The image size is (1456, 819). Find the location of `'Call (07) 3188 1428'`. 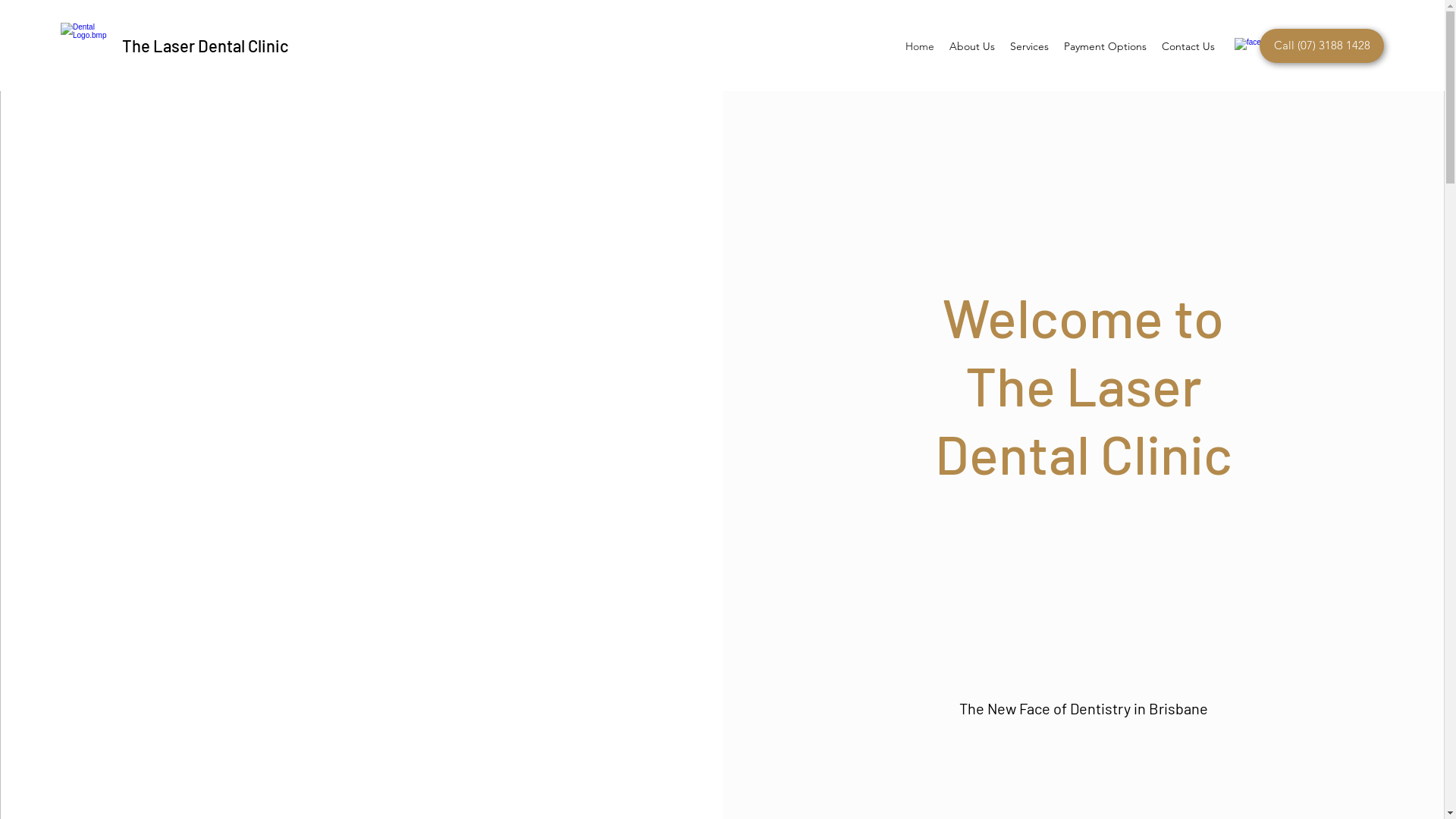

'Call (07) 3188 1428' is located at coordinates (1259, 45).